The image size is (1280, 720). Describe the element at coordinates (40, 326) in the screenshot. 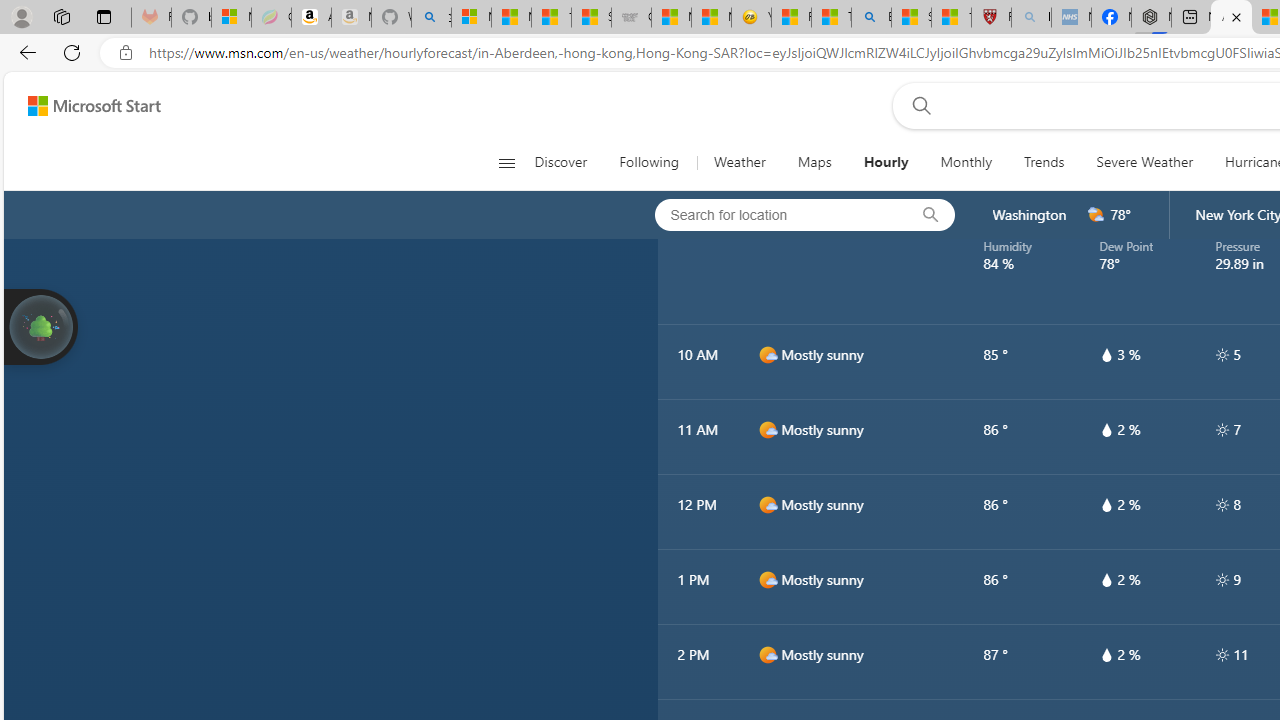

I see `'Join us in planting real trees to help our planet!'` at that location.